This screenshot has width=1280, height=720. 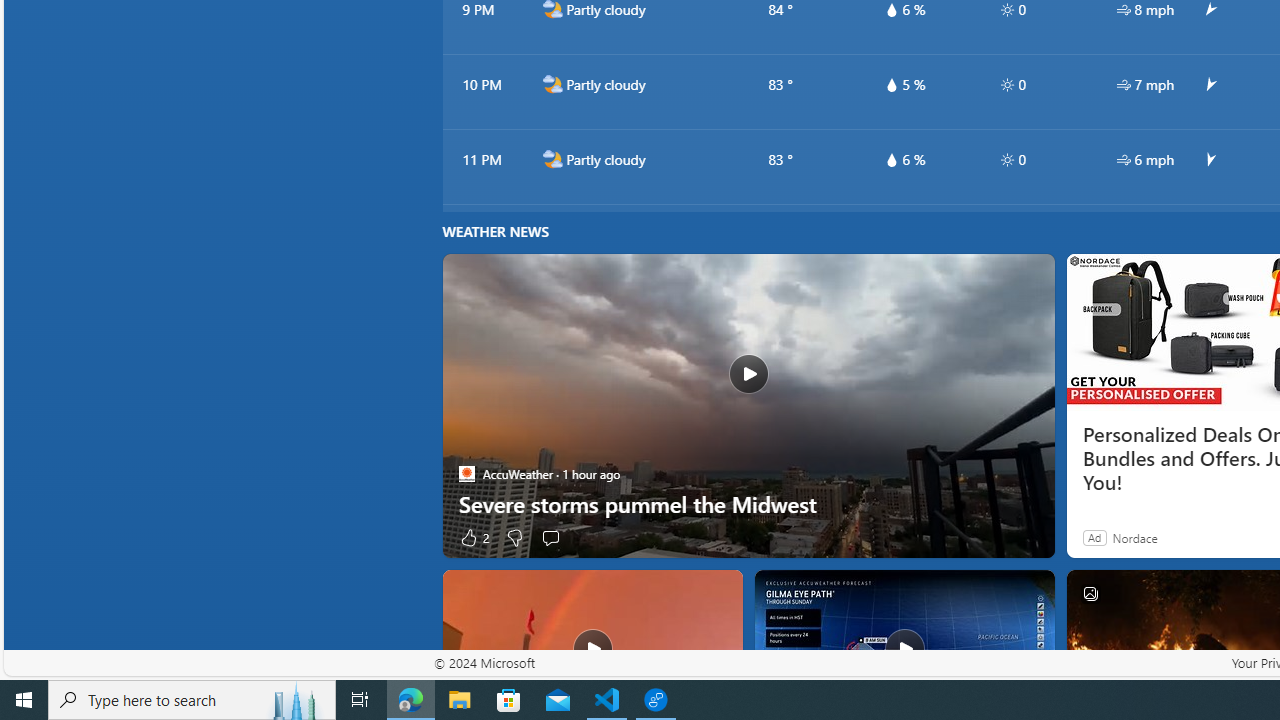 I want to click on 'Dislike', so click(x=514, y=536).